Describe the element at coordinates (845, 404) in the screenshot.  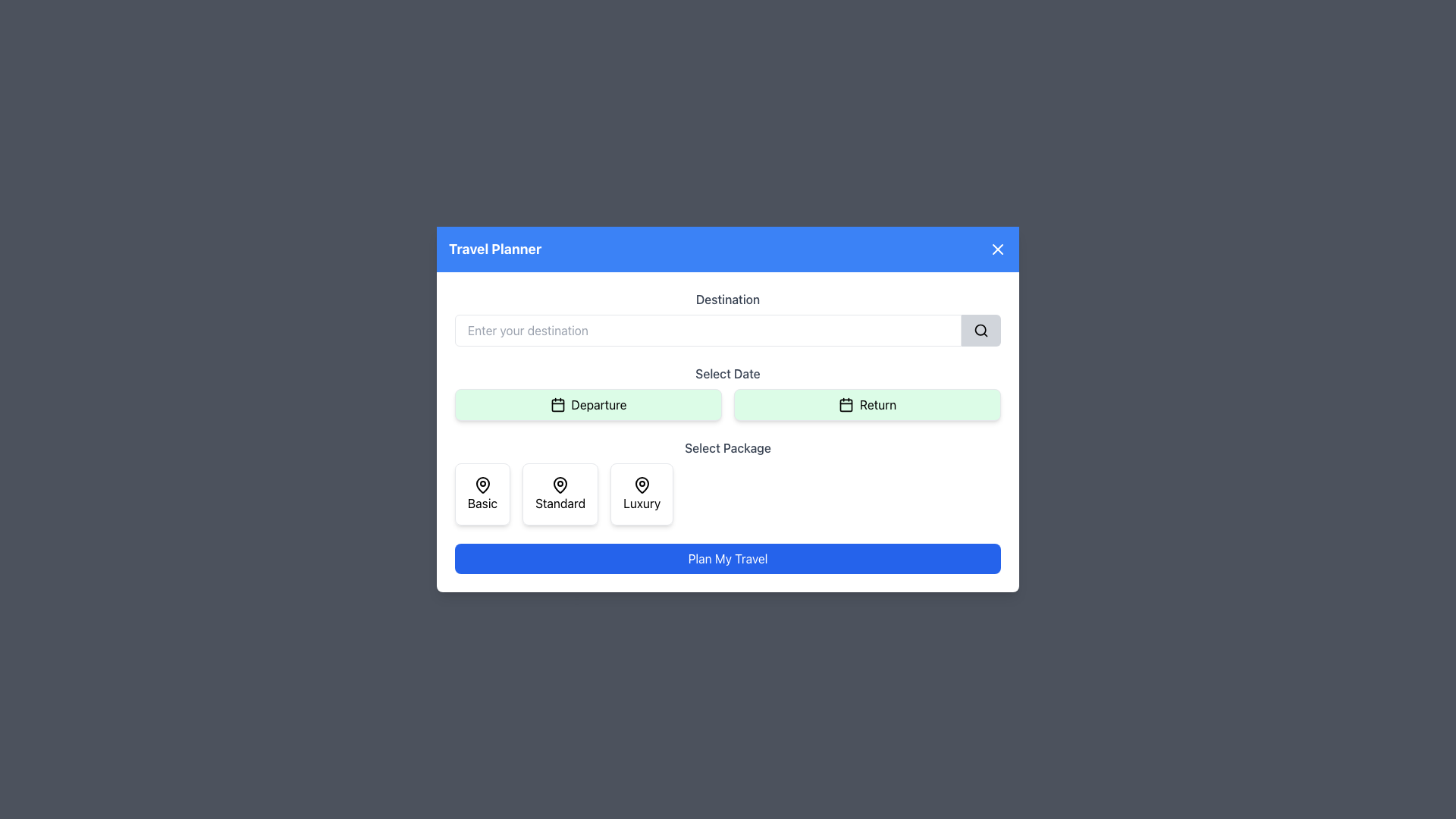
I see `structural graphic element of the calendar icon located at the center of the 'Return' button under the 'Select Date' section using developer tools` at that location.